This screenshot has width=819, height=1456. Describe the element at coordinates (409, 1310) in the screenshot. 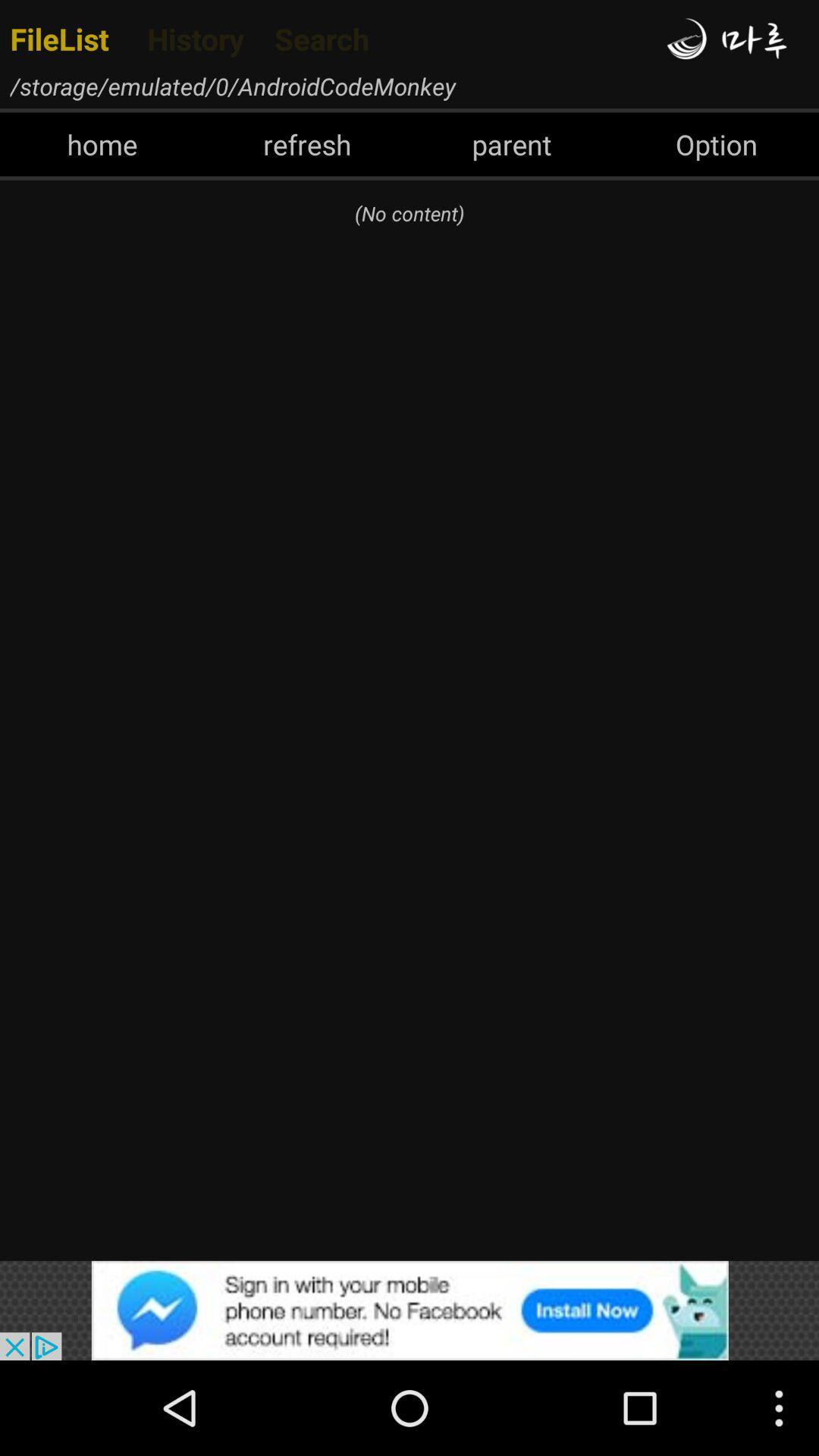

I see `click the advertisement` at that location.